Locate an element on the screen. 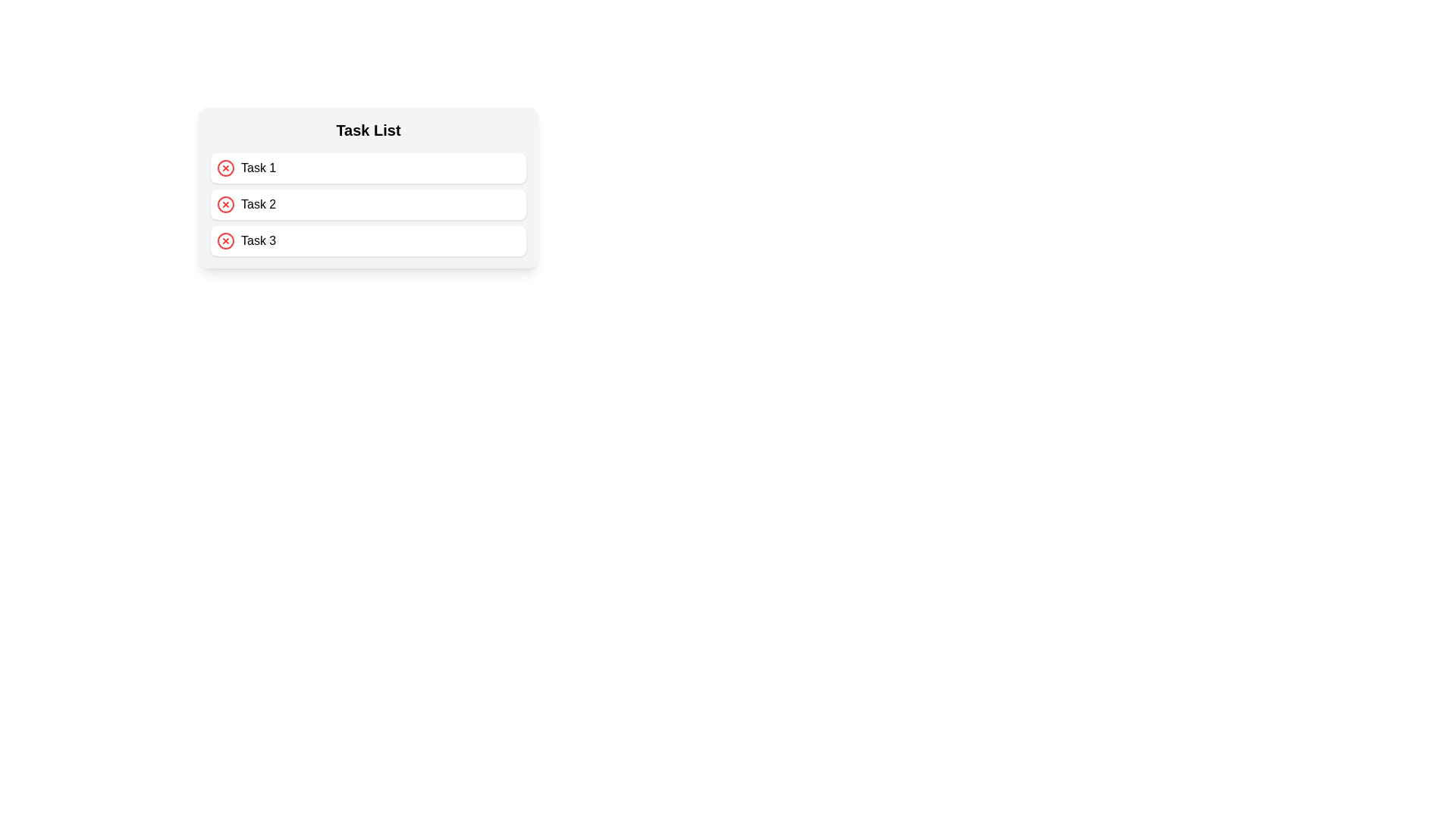 Image resolution: width=1456 pixels, height=819 pixels. the 'Task List' text label which is bold and serves as a heading above the task items is located at coordinates (368, 130).